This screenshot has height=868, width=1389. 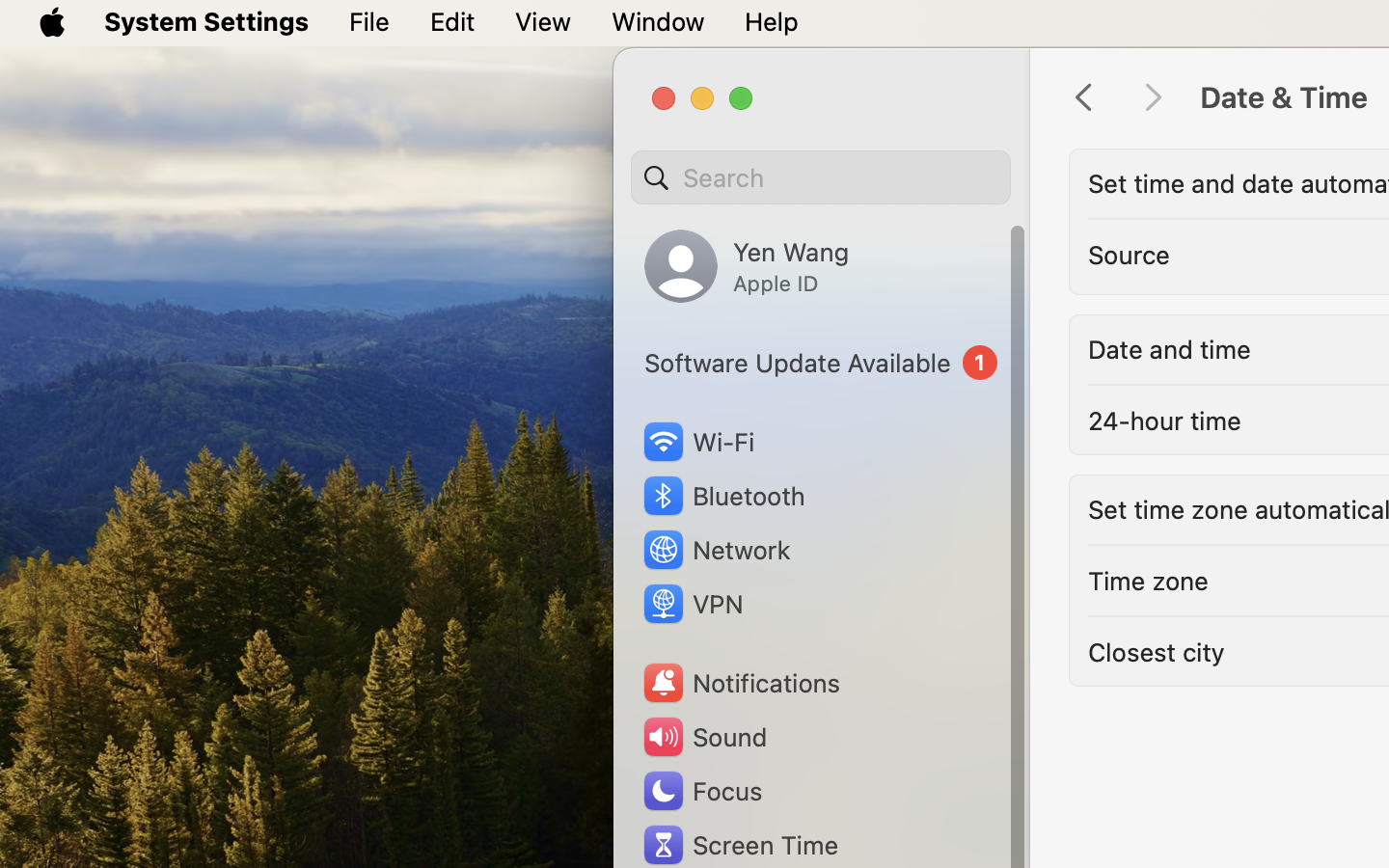 What do you see at coordinates (696, 441) in the screenshot?
I see `'Wi‑Fi'` at bounding box center [696, 441].